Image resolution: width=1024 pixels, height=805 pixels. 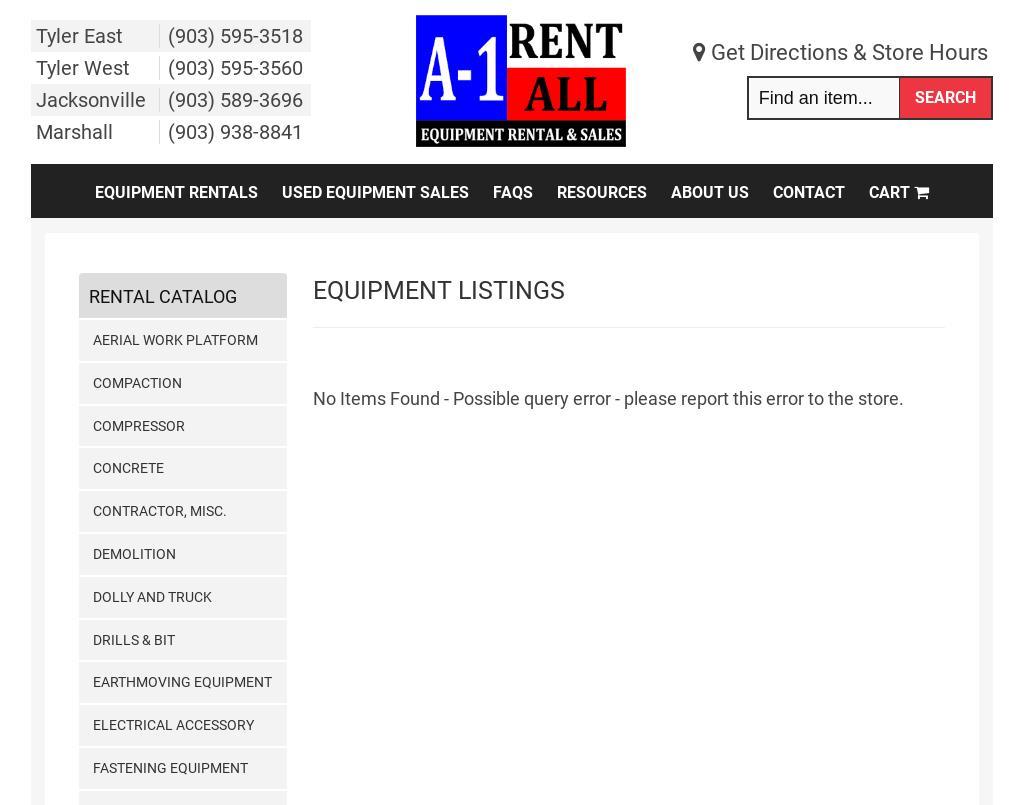 I want to click on 'Compaction', so click(x=135, y=381).